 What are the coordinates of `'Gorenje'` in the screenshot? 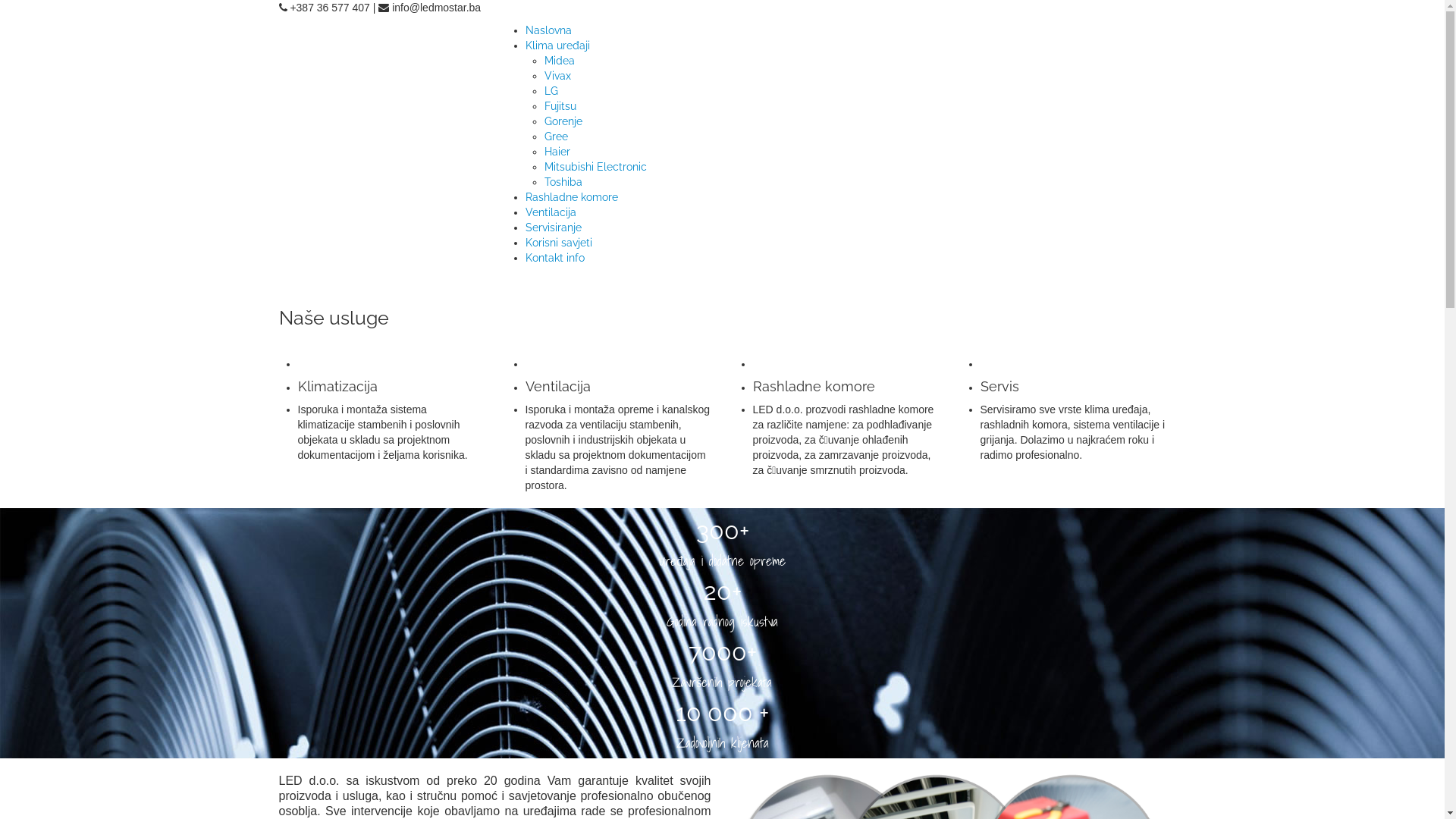 It's located at (563, 120).